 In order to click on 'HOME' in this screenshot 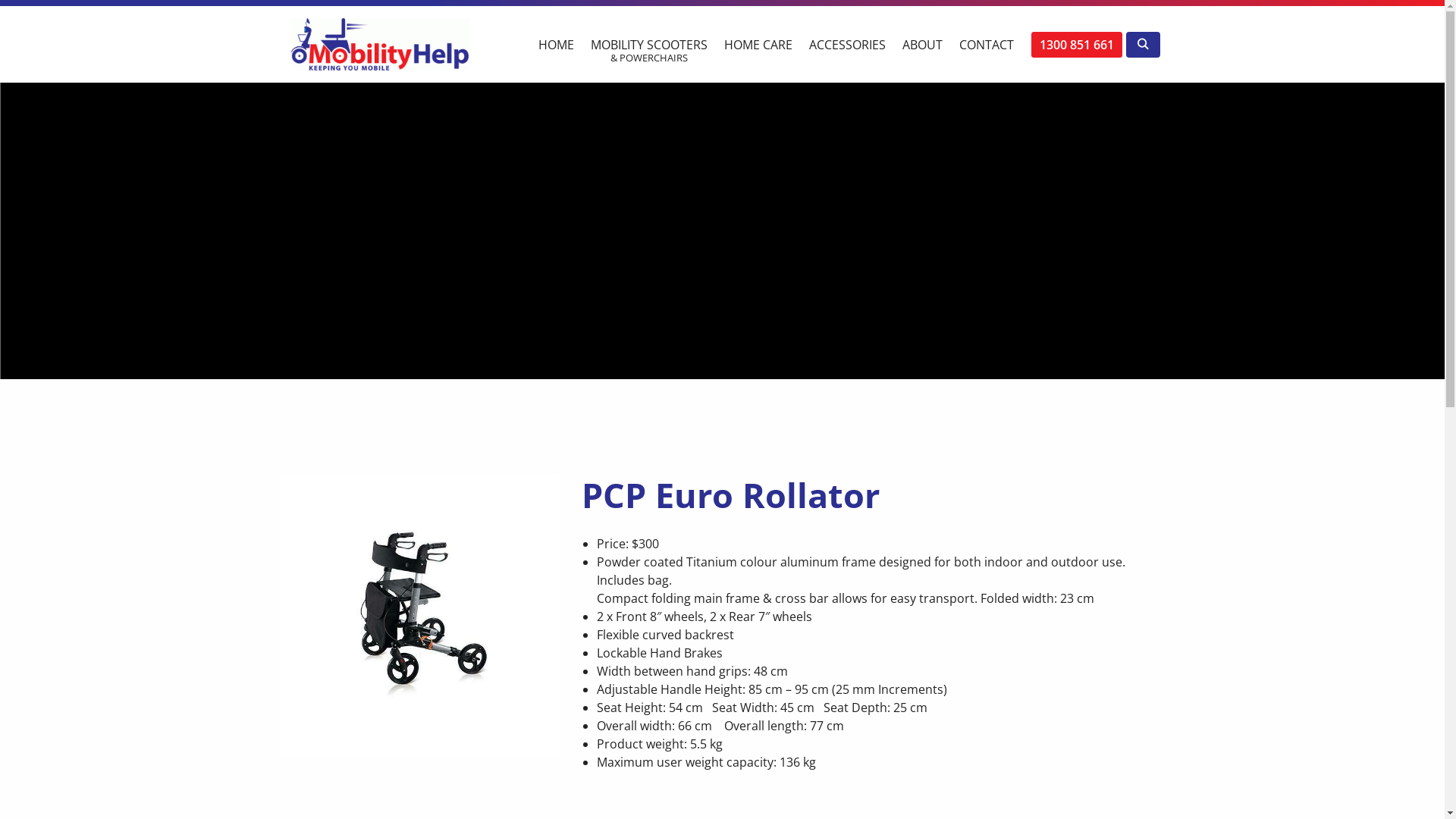, I will do `click(554, 36)`.